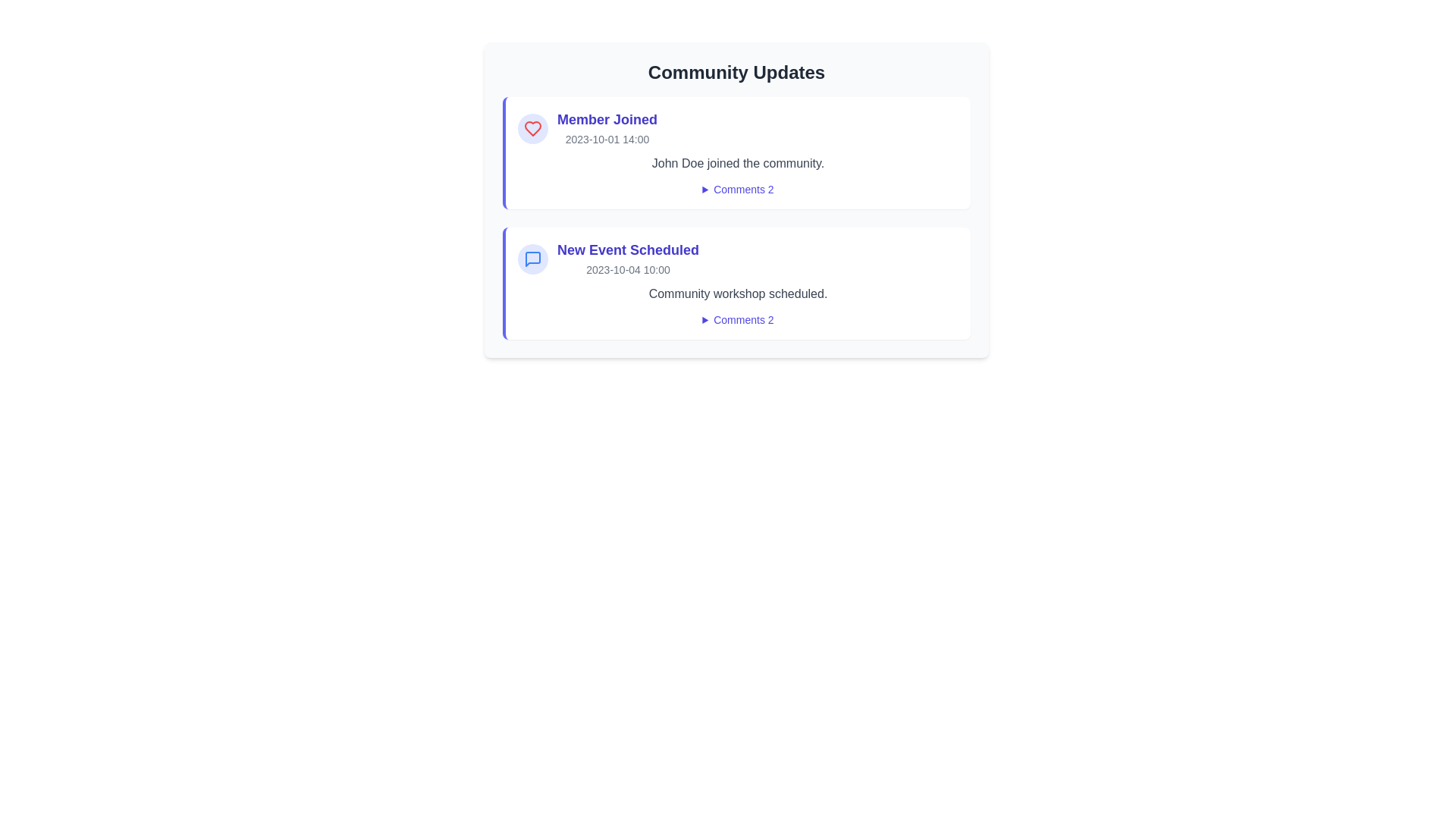  What do you see at coordinates (607, 140) in the screenshot?
I see `timestamp displayed as '2023-10-01 14:00' which is a line of gray text positioned below the 'Member Joined' text in the 'Community Updates' panel` at bounding box center [607, 140].